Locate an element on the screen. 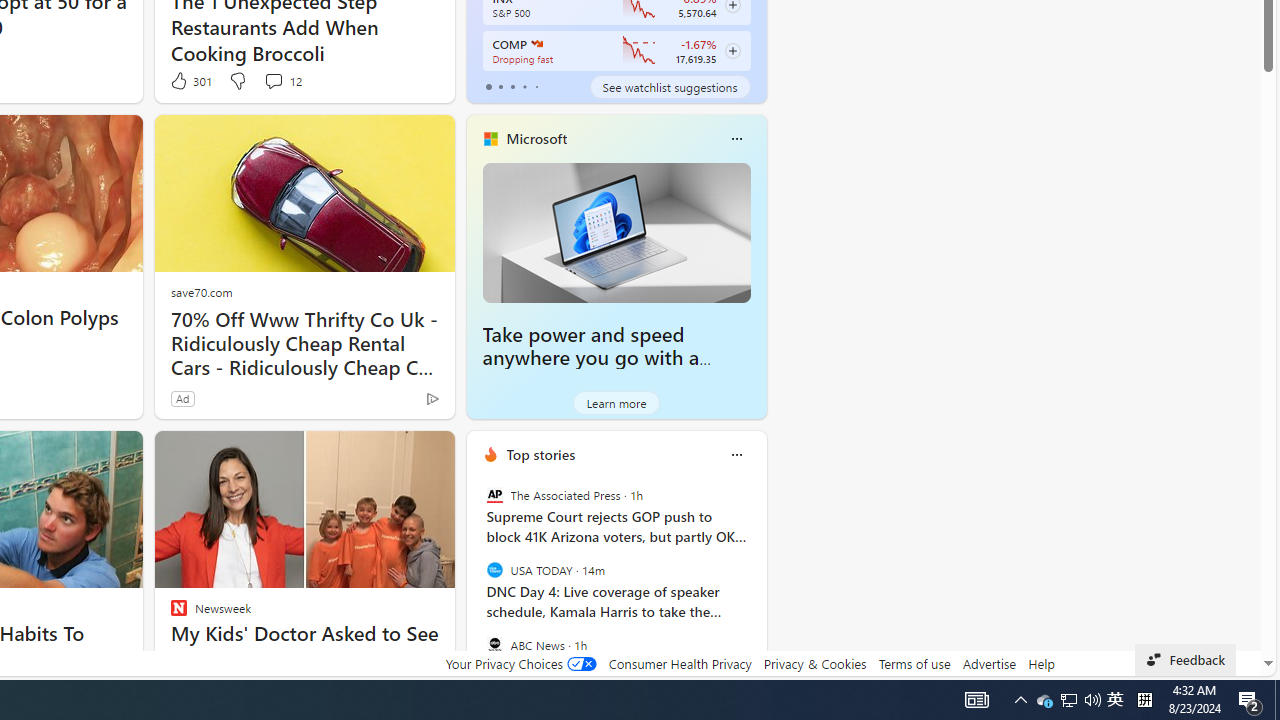  'Take power and speed anywhere you go with a Windows laptop.' is located at coordinates (615, 231).